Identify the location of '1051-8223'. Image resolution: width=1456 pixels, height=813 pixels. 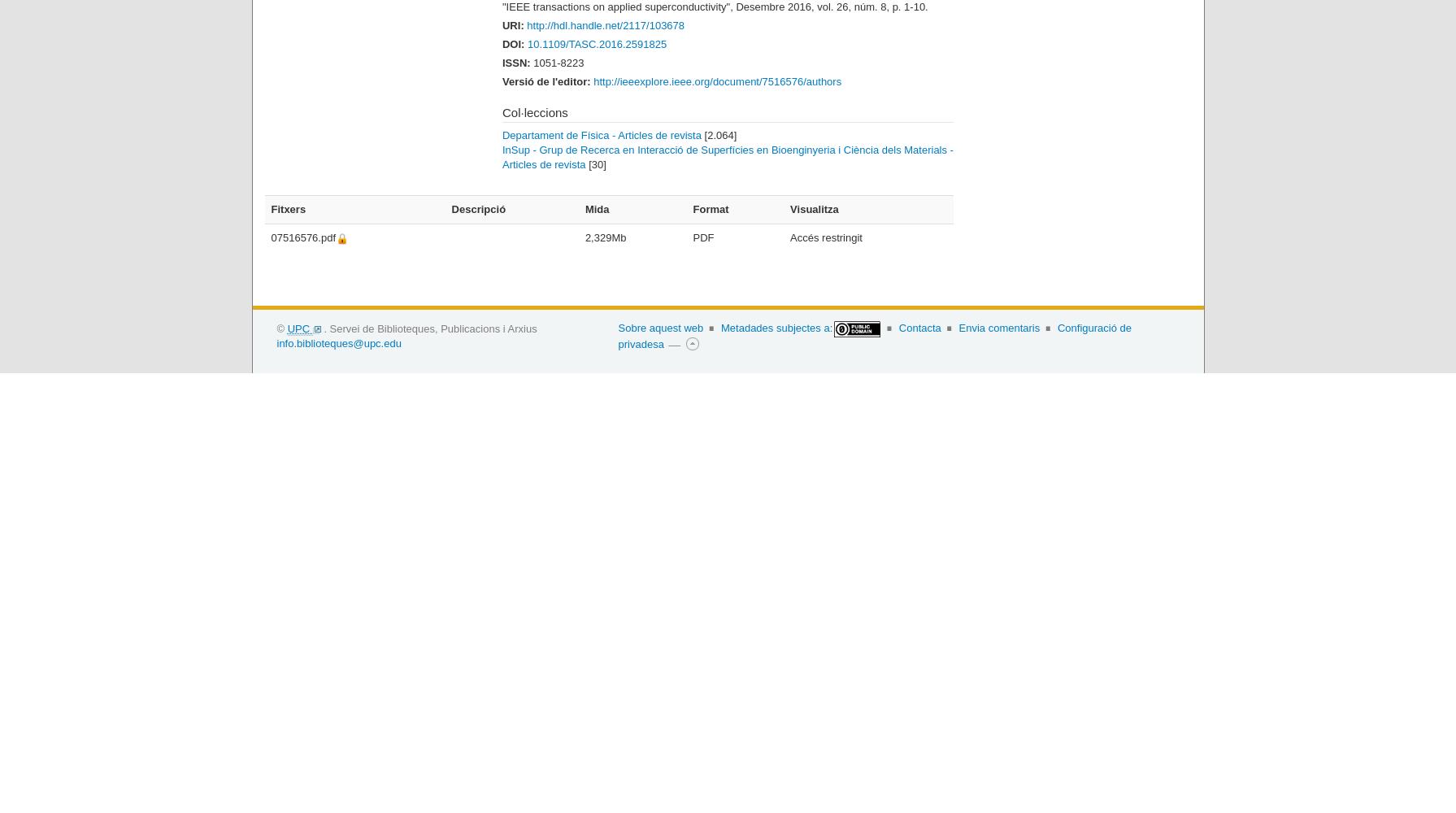
(533, 61).